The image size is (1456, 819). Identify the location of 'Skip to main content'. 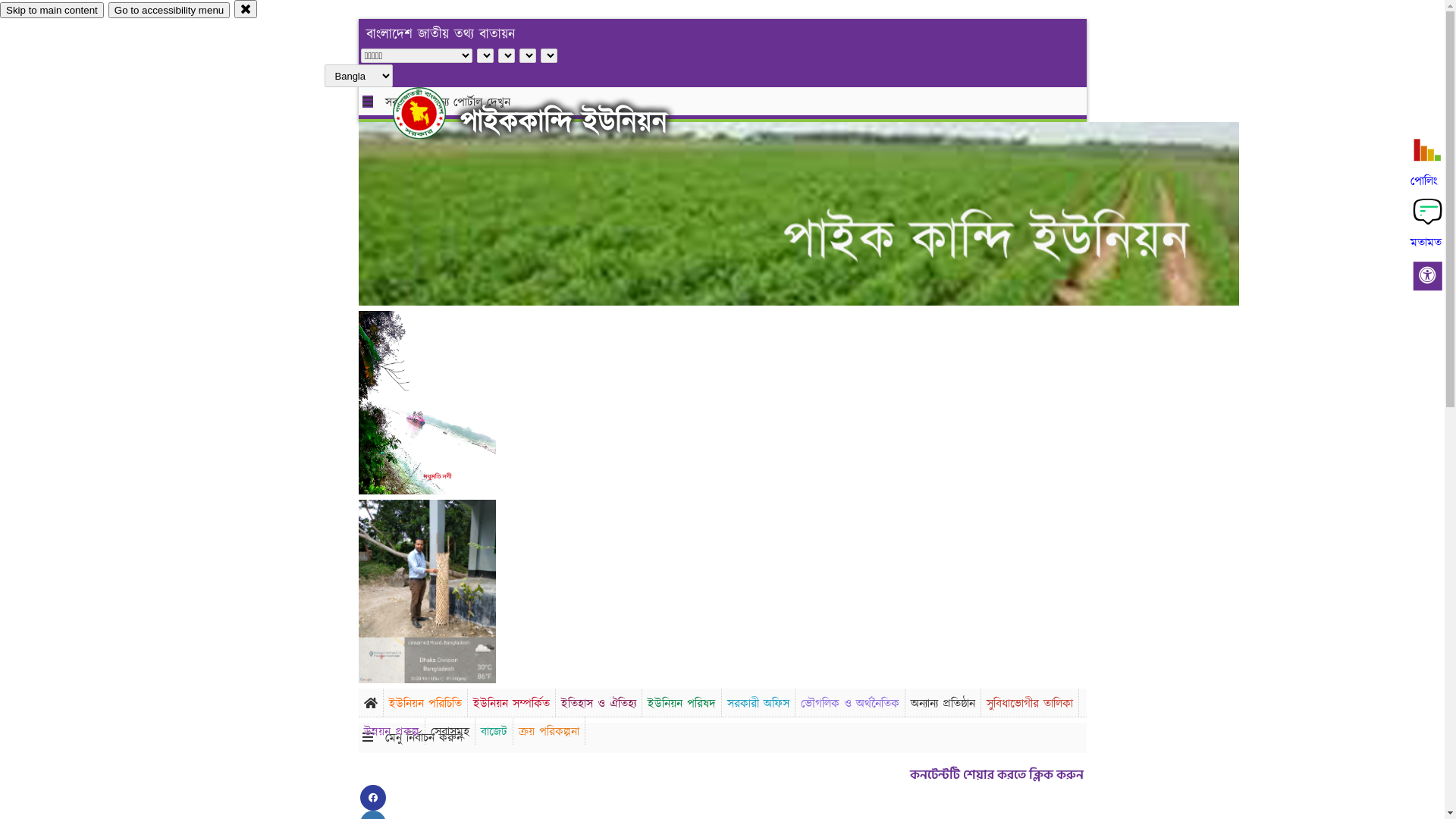
(0, 10).